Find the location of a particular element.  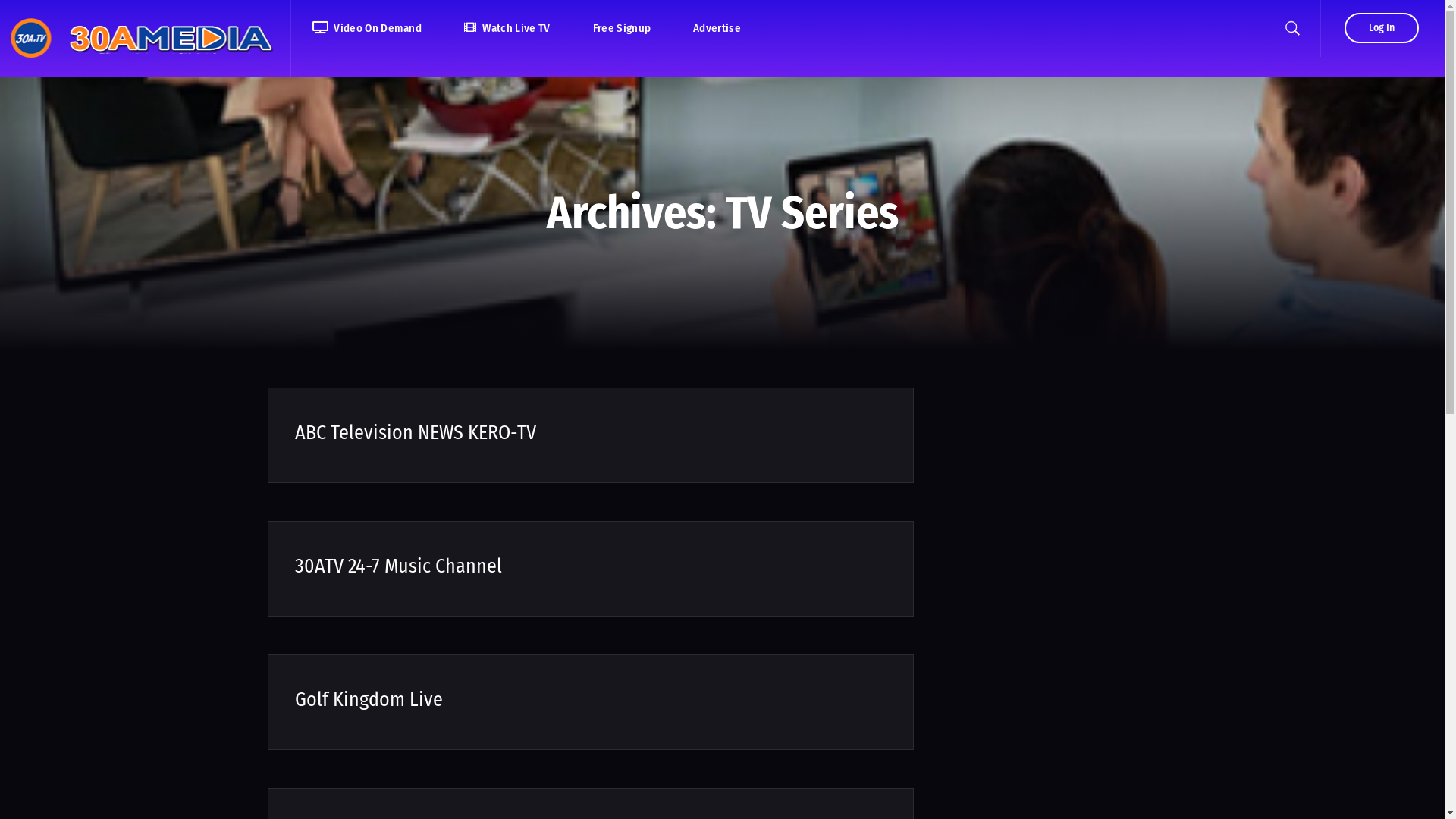

'Log In' is located at coordinates (1382, 28).